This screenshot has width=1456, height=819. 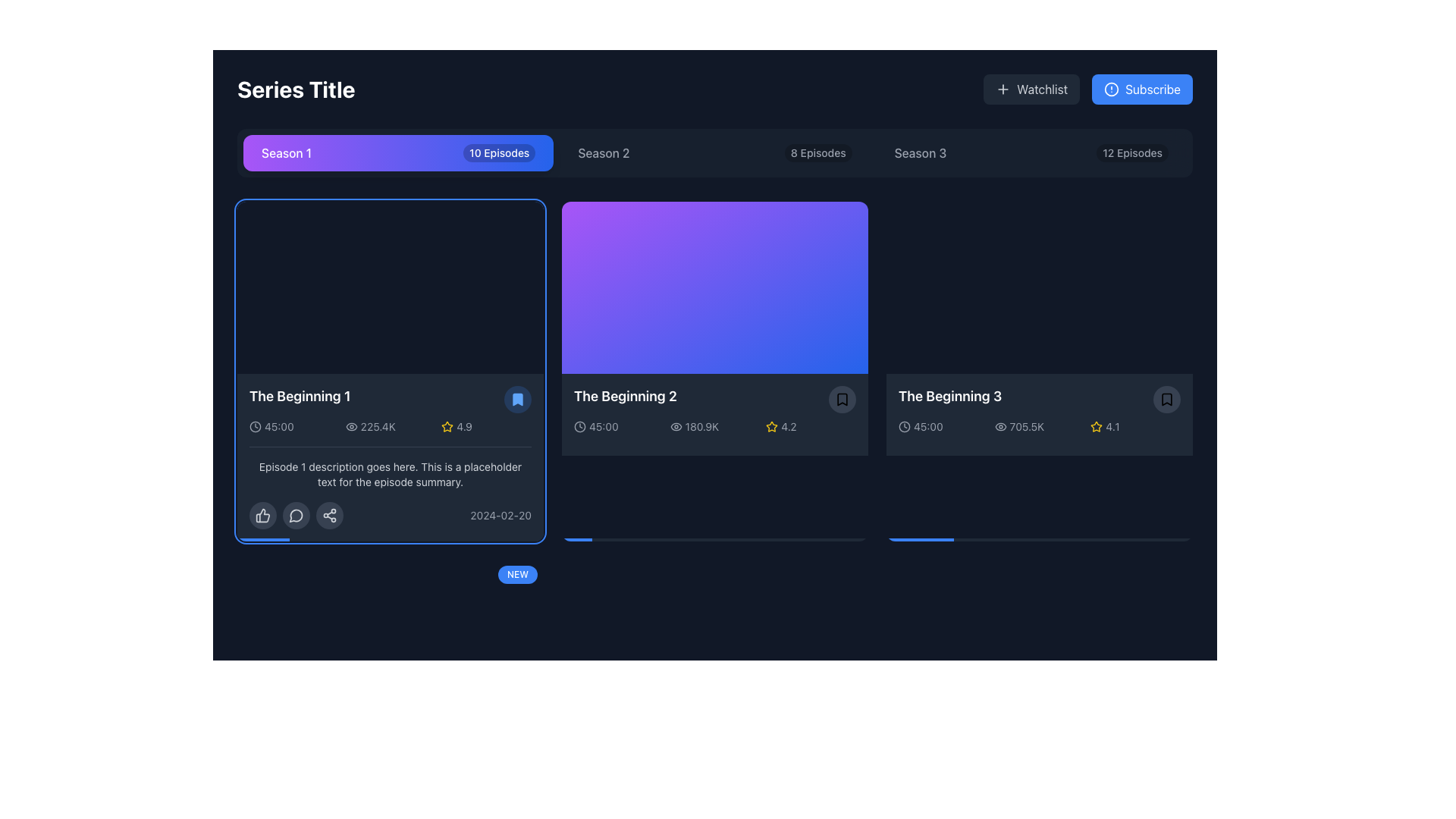 I want to click on the text label displaying the date '2024-02-20', which is styled in gray and located in the bottom-right corner of the card for 'The Beginning 1', so click(x=500, y=515).